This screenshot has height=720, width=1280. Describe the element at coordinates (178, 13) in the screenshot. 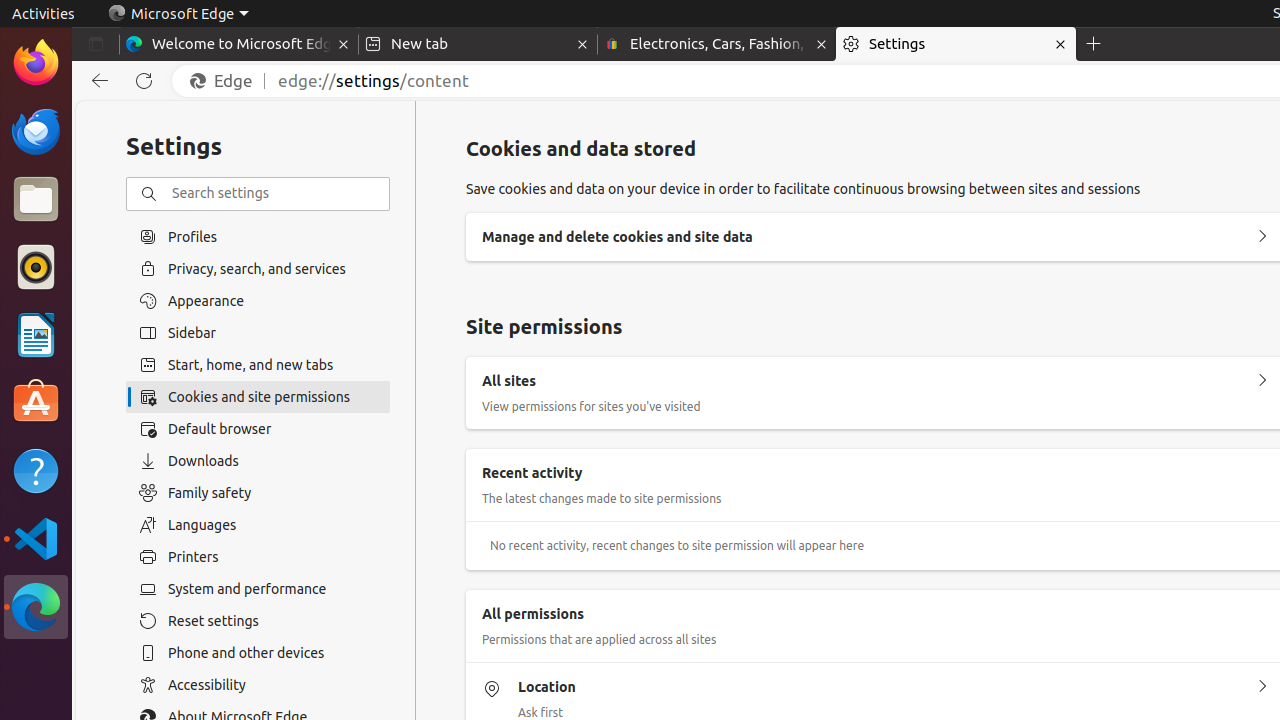

I see `'Microsoft Edge'` at that location.